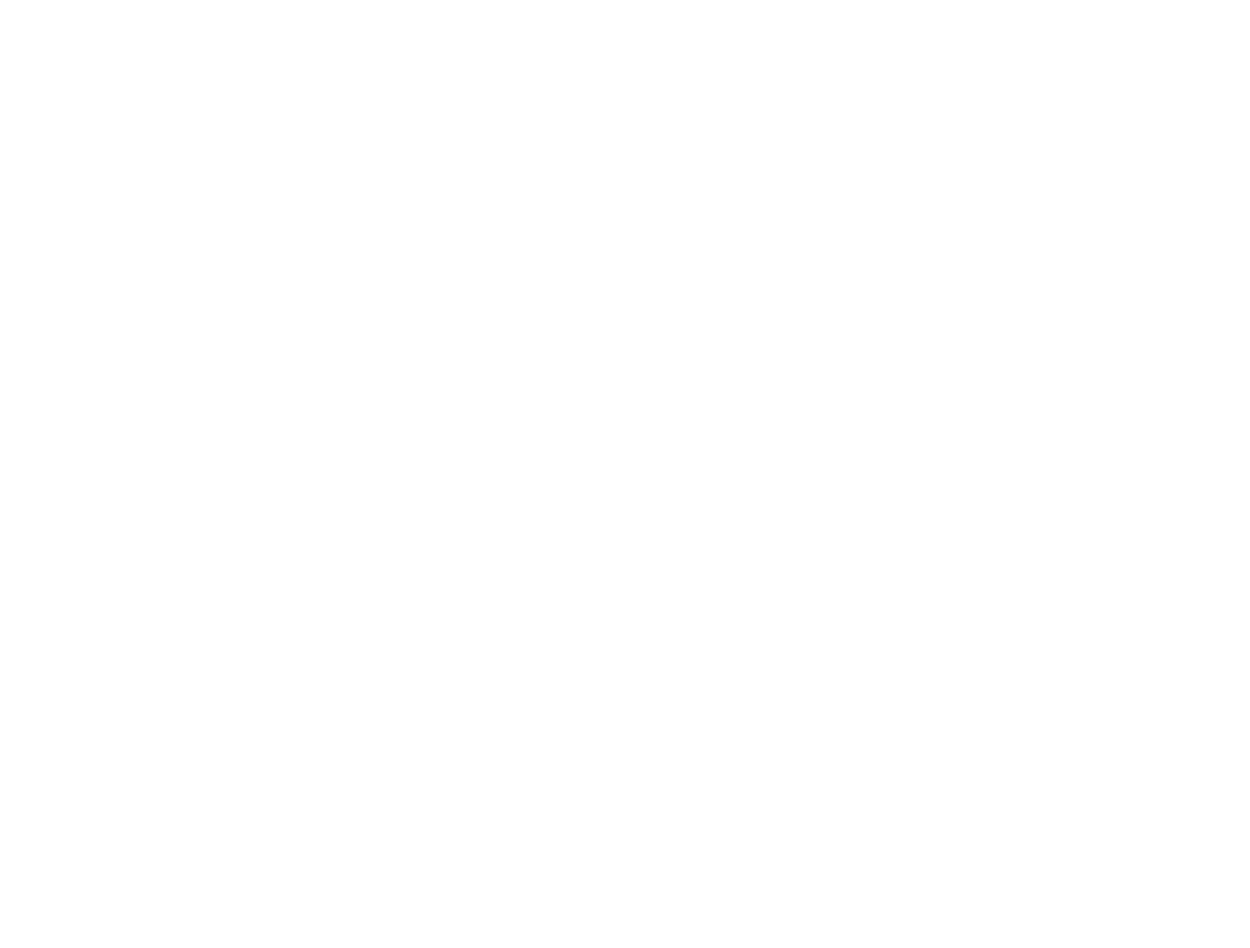 This screenshot has width=1250, height=948. Describe the element at coordinates (538, 833) in the screenshot. I see `'Holistic relaxation'` at that location.